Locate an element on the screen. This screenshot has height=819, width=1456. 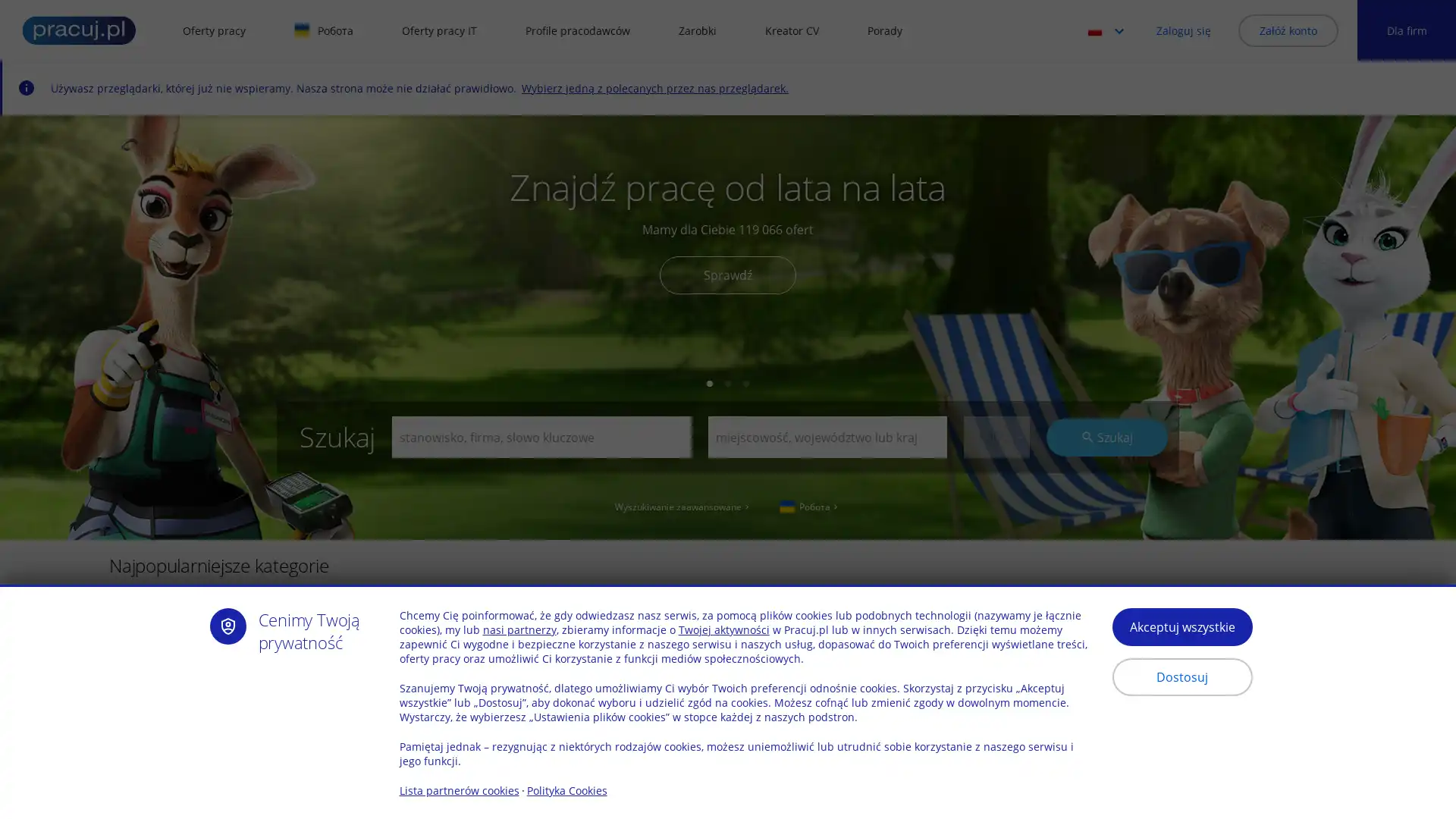
+ 30 km is located at coordinates (996, 604).